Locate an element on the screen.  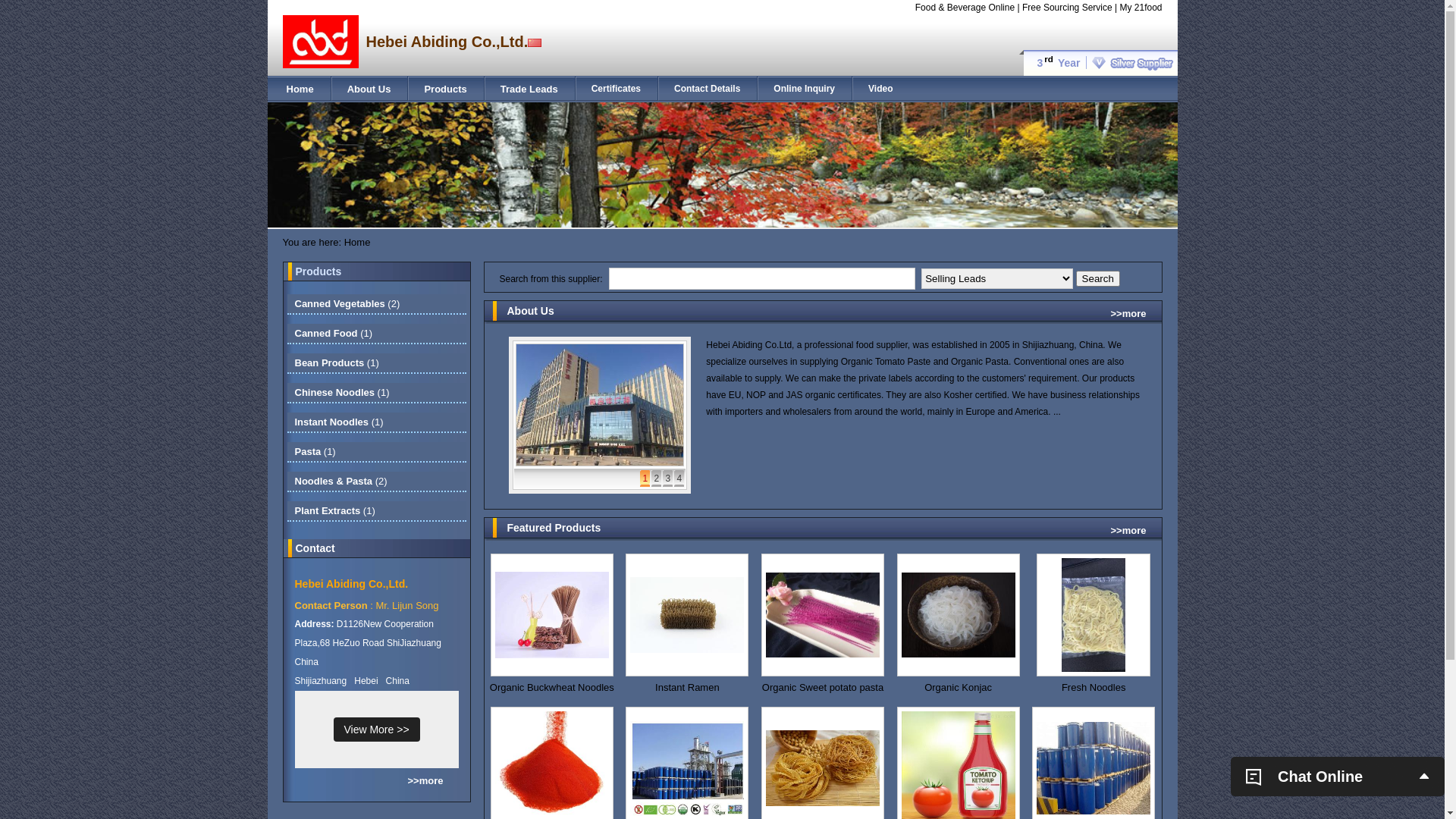
'Free Sourcing Service' is located at coordinates (1066, 8).